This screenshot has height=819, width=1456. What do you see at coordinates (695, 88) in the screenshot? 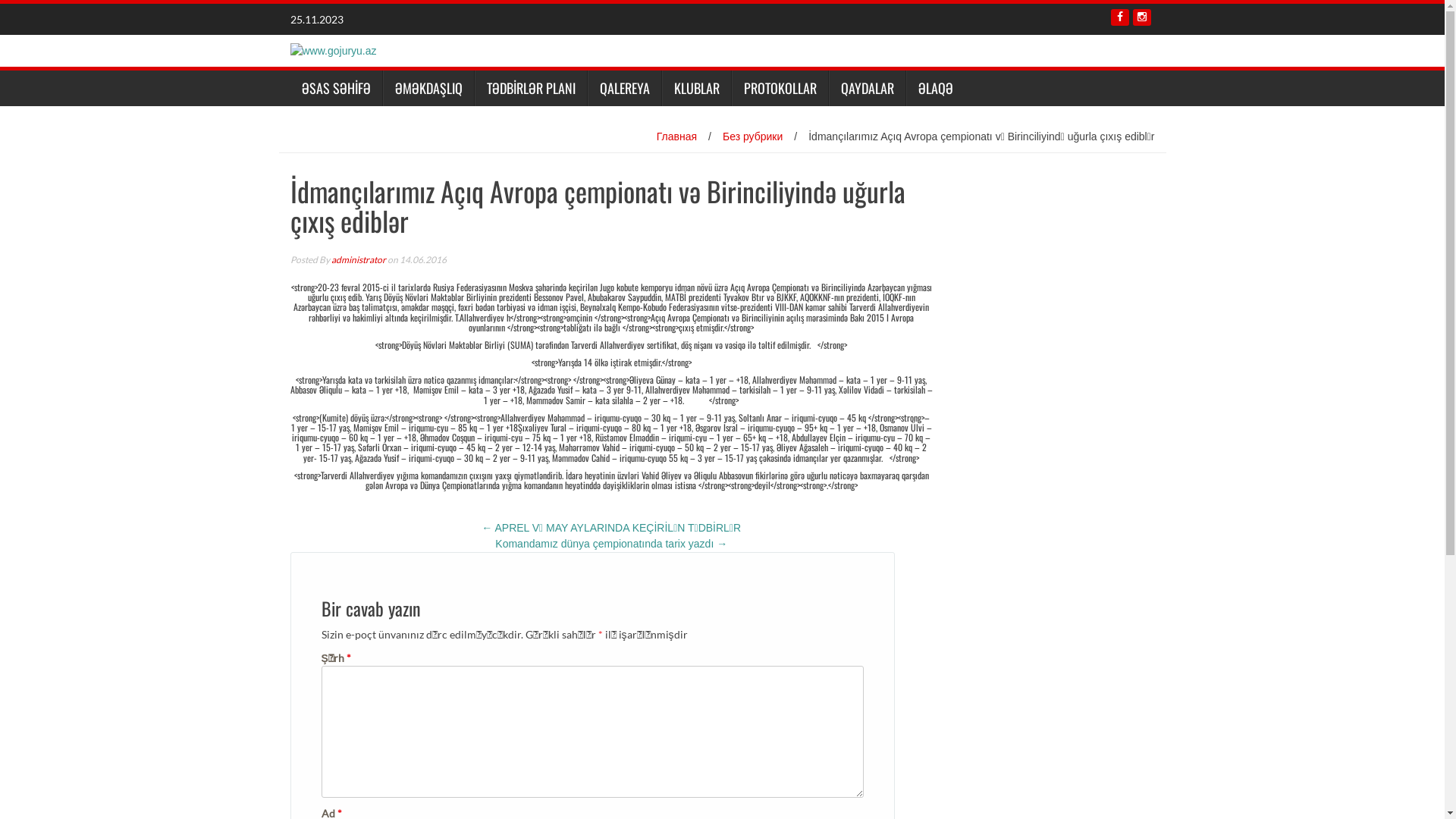
I see `'KLUBLAR'` at bounding box center [695, 88].